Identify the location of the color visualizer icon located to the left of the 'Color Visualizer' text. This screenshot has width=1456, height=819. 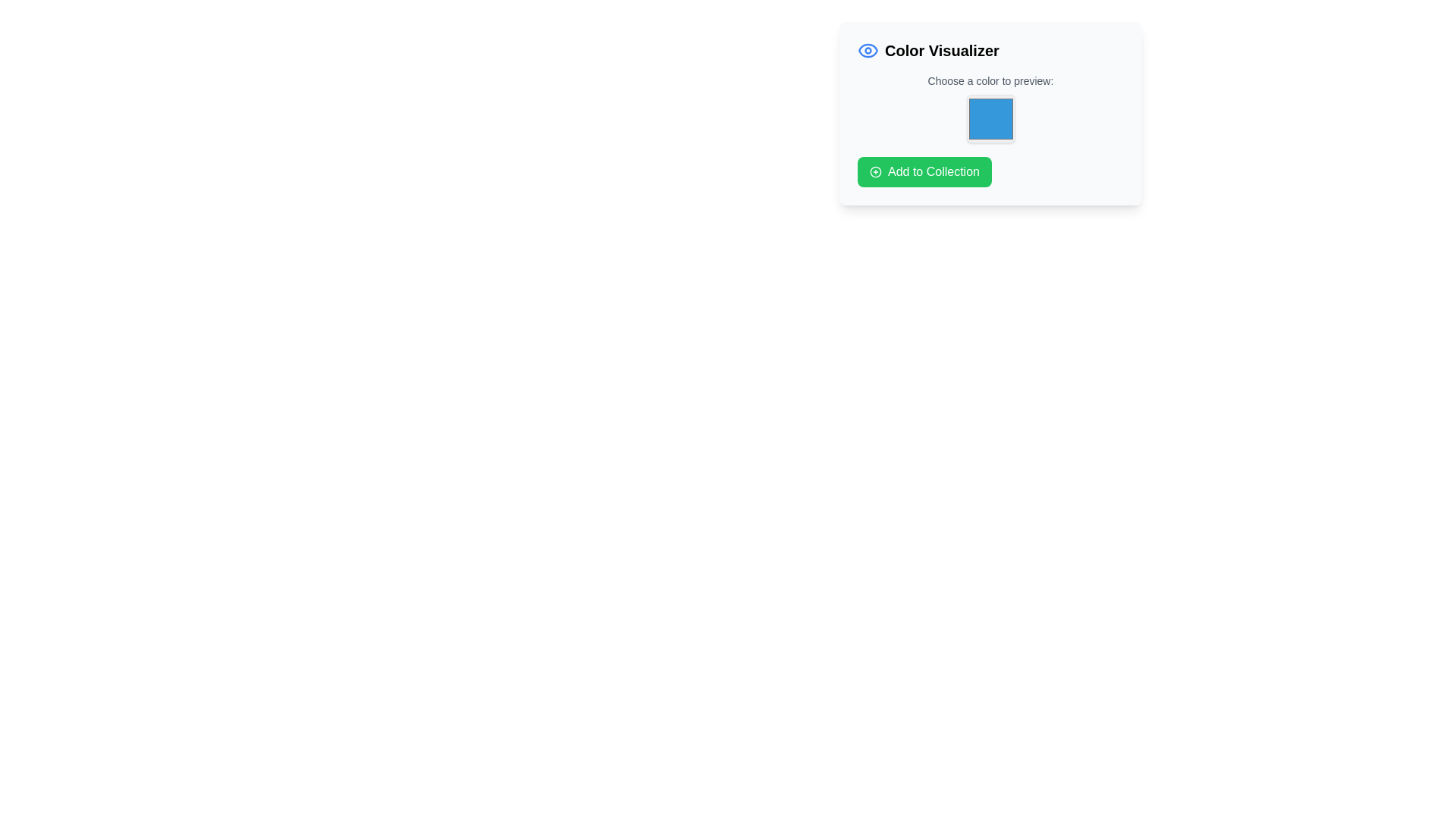
(868, 49).